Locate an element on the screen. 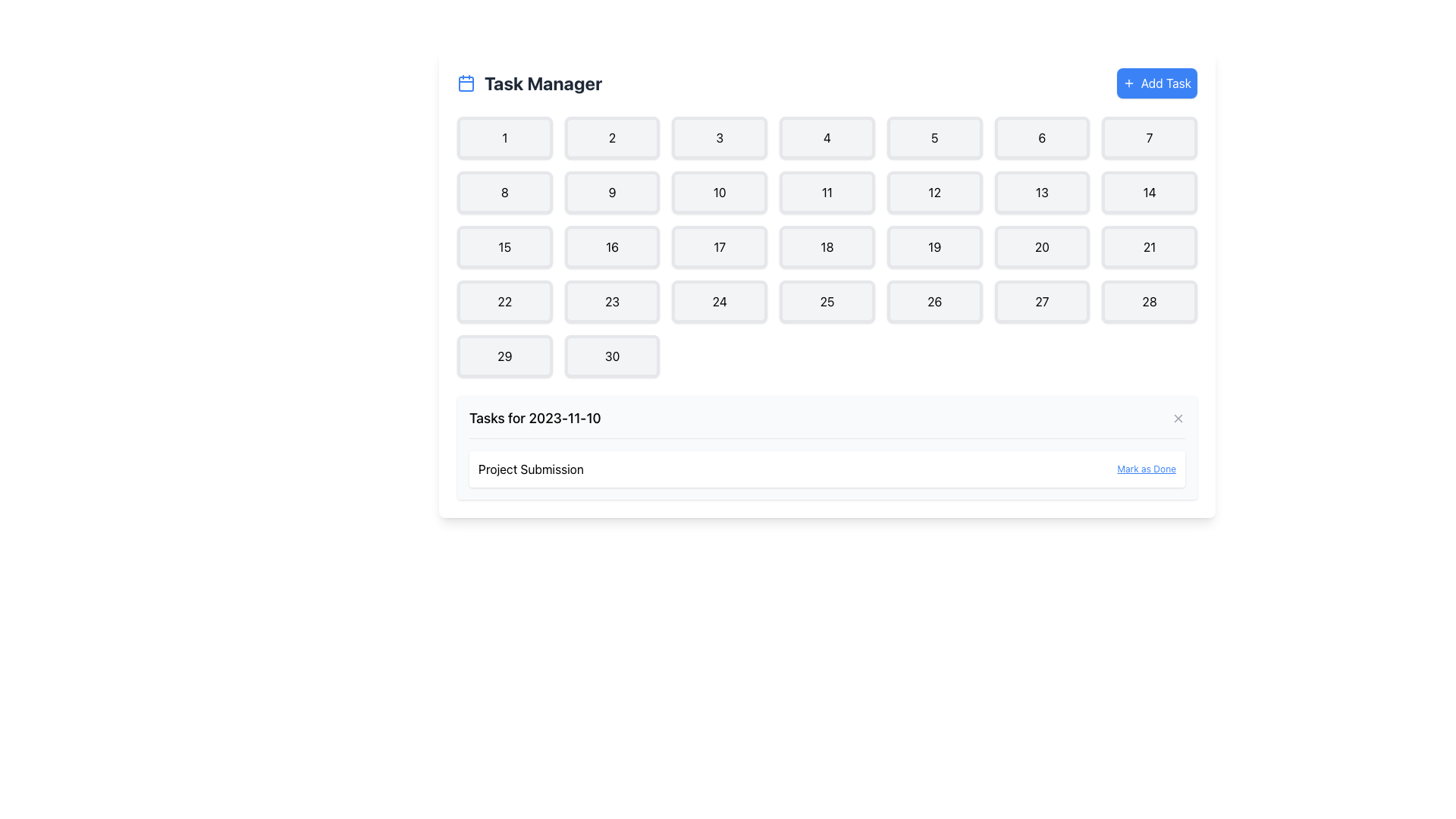  the square button with the text '13' that is the sixth item in the second row of a grid layout for additional visual feedback is located at coordinates (1041, 192).